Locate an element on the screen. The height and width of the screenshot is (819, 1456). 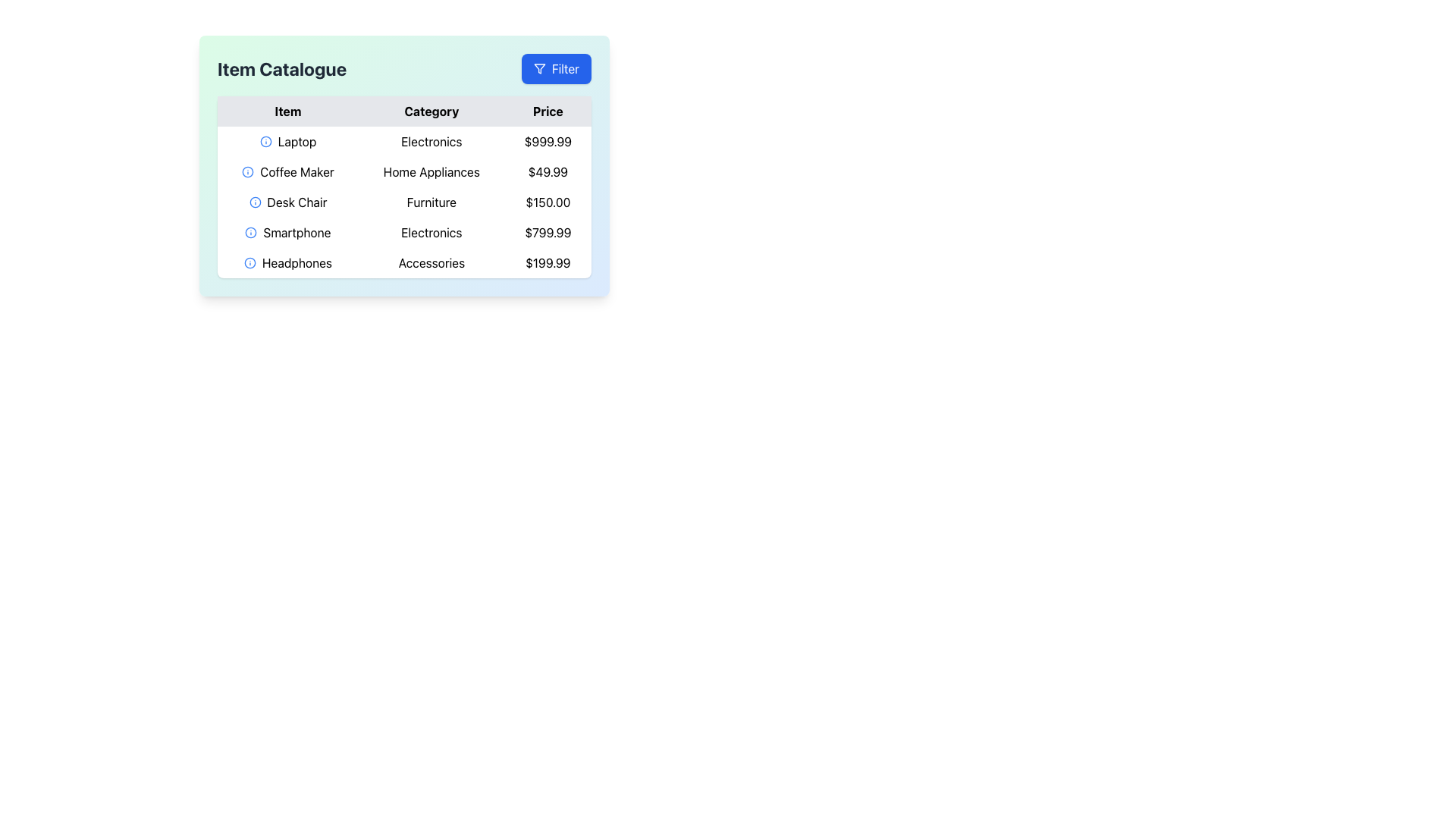
the circular shape in the information symbol icon located in the first column of the data table, corresponding to the 'Item' section in the first row, aligned with the 'Laptop' row is located at coordinates (265, 141).